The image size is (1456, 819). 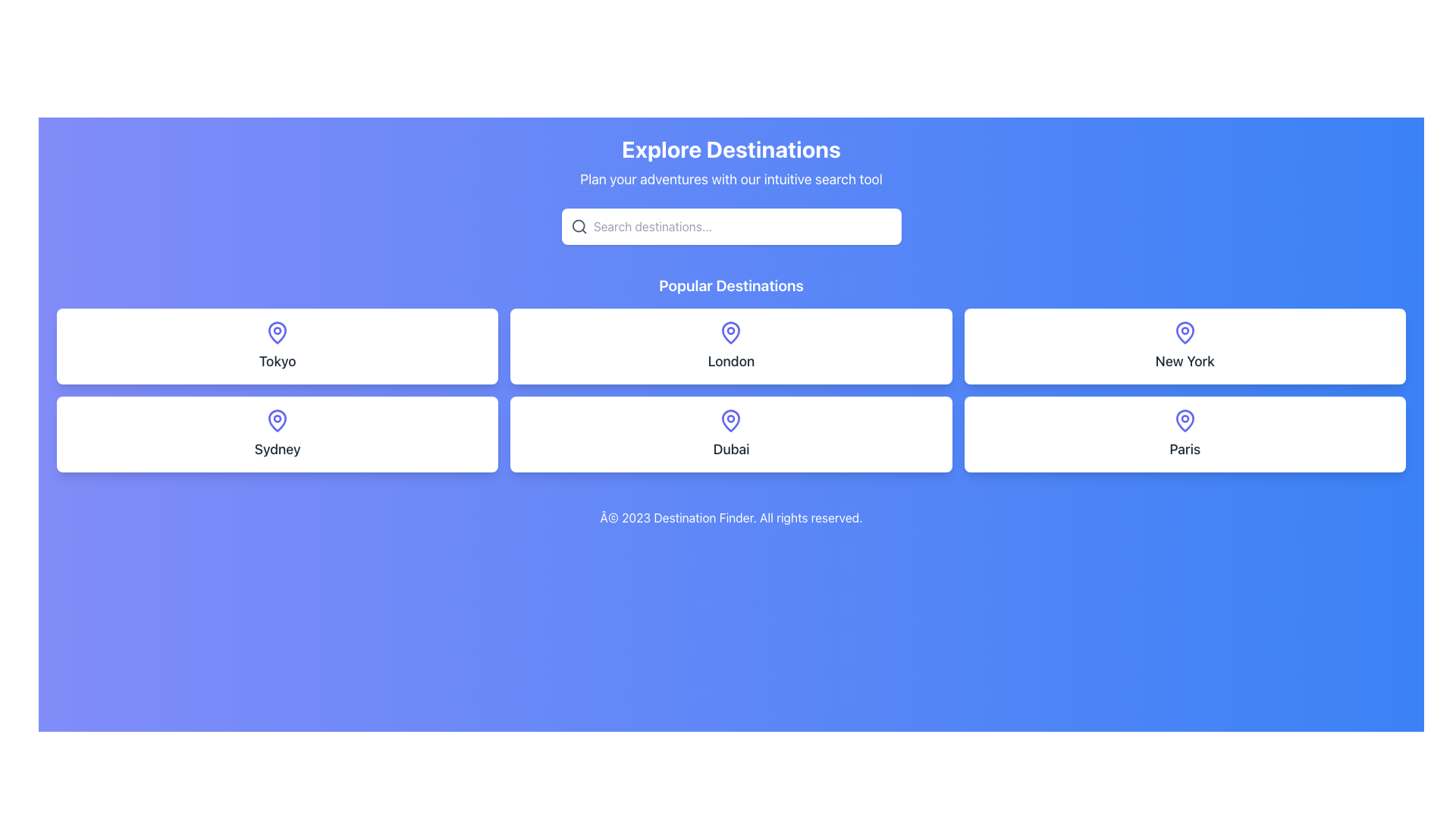 What do you see at coordinates (1184, 421) in the screenshot?
I see `the second map pin icon from the right in the bottom row of the grid, which serves as a visual marker for the location 'Paris'` at bounding box center [1184, 421].